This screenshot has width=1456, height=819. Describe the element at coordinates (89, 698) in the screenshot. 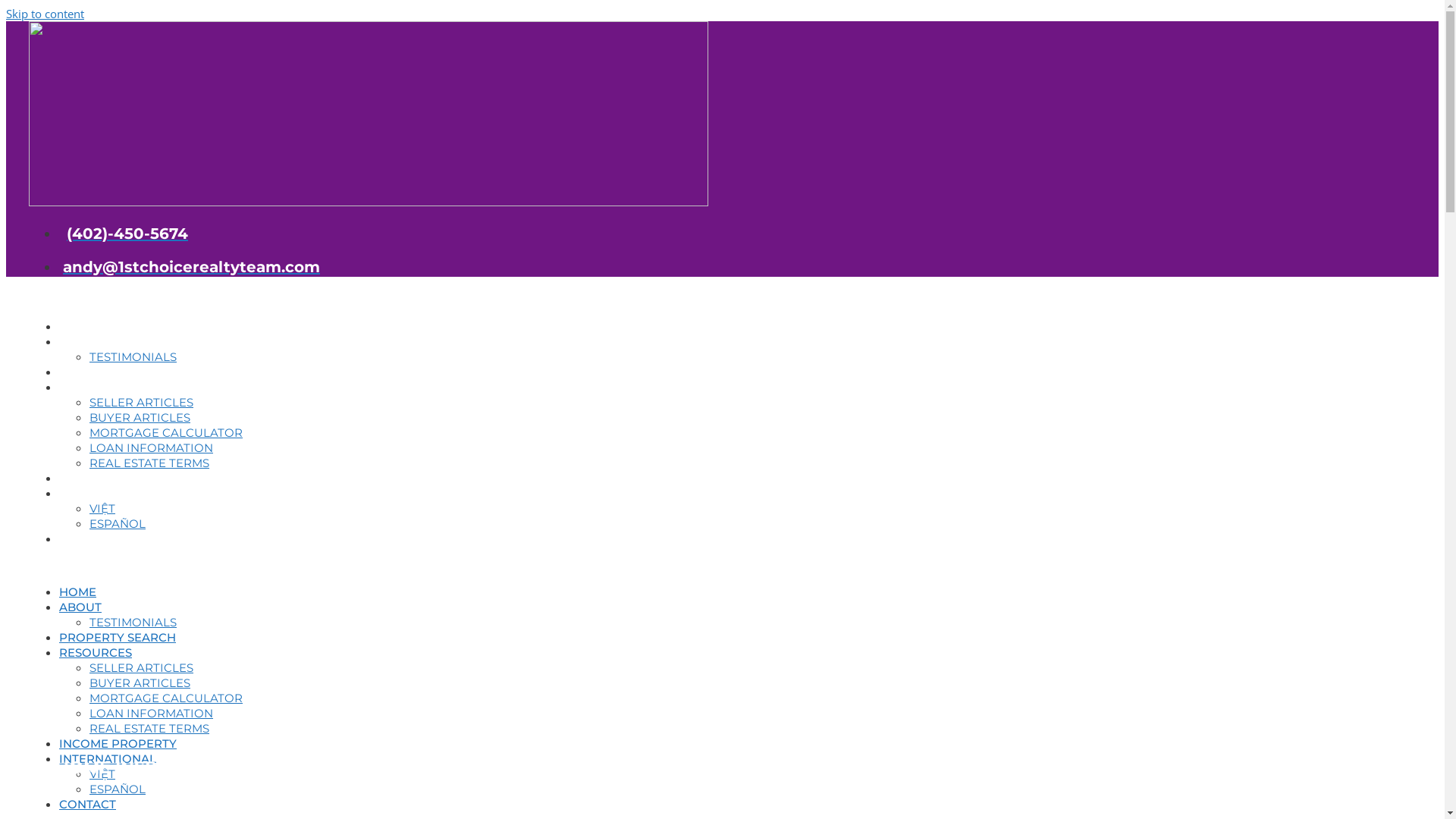

I see `'MORTGAGE CALCULATOR'` at that location.